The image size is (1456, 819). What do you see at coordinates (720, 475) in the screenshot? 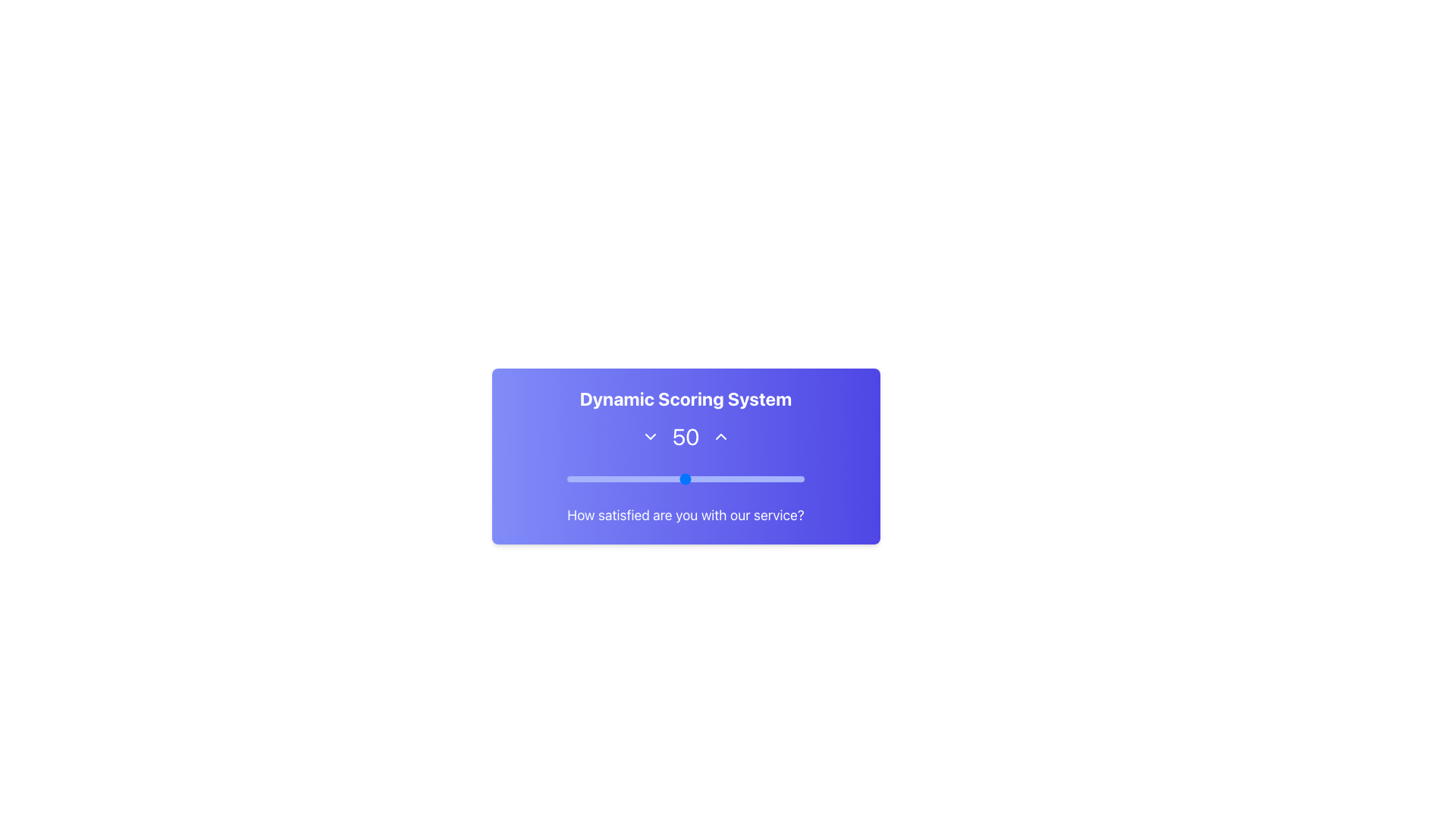
I see `the slider` at bounding box center [720, 475].